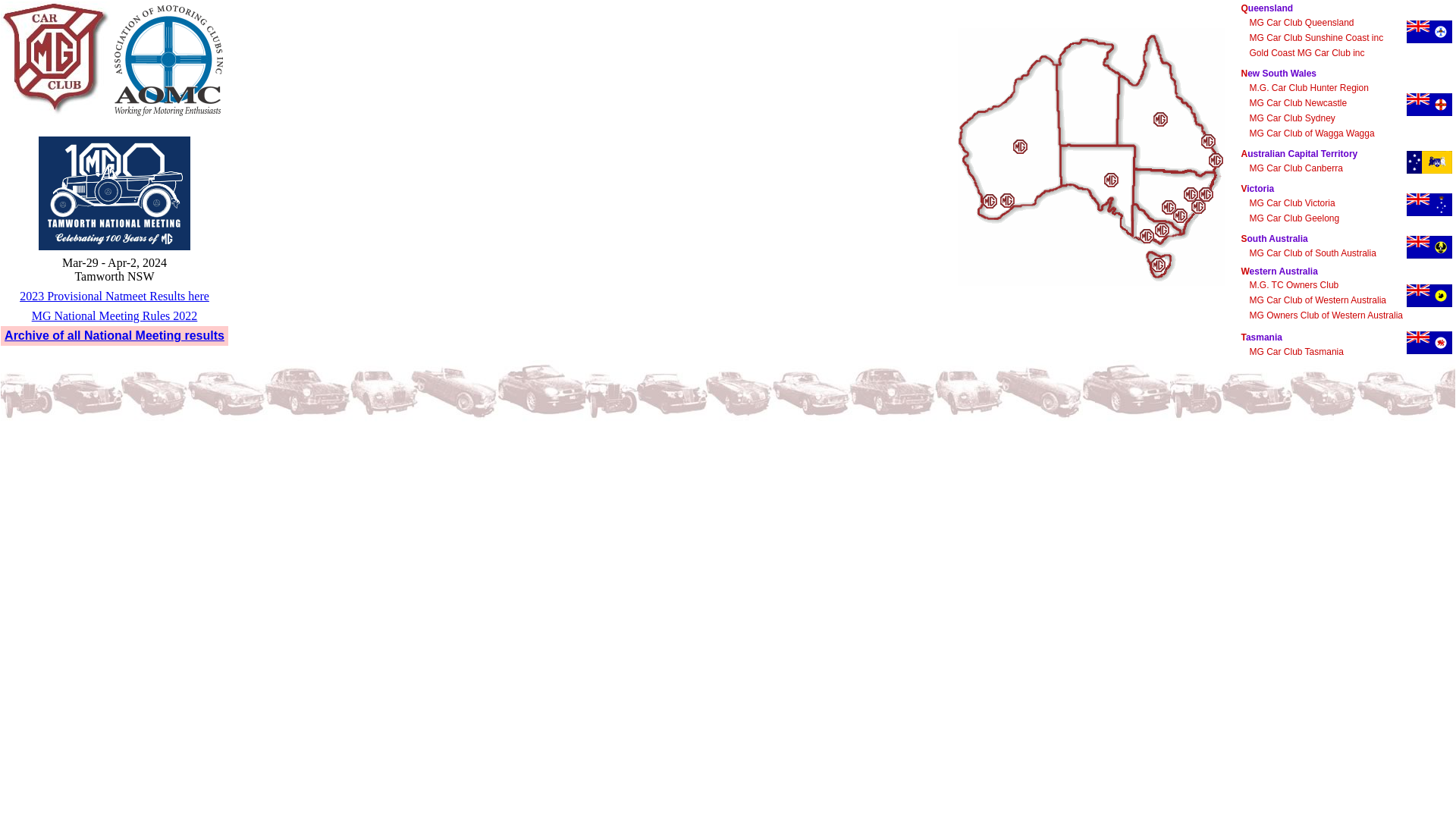  What do you see at coordinates (1301, 23) in the screenshot?
I see `'MG Car Club Queensland'` at bounding box center [1301, 23].